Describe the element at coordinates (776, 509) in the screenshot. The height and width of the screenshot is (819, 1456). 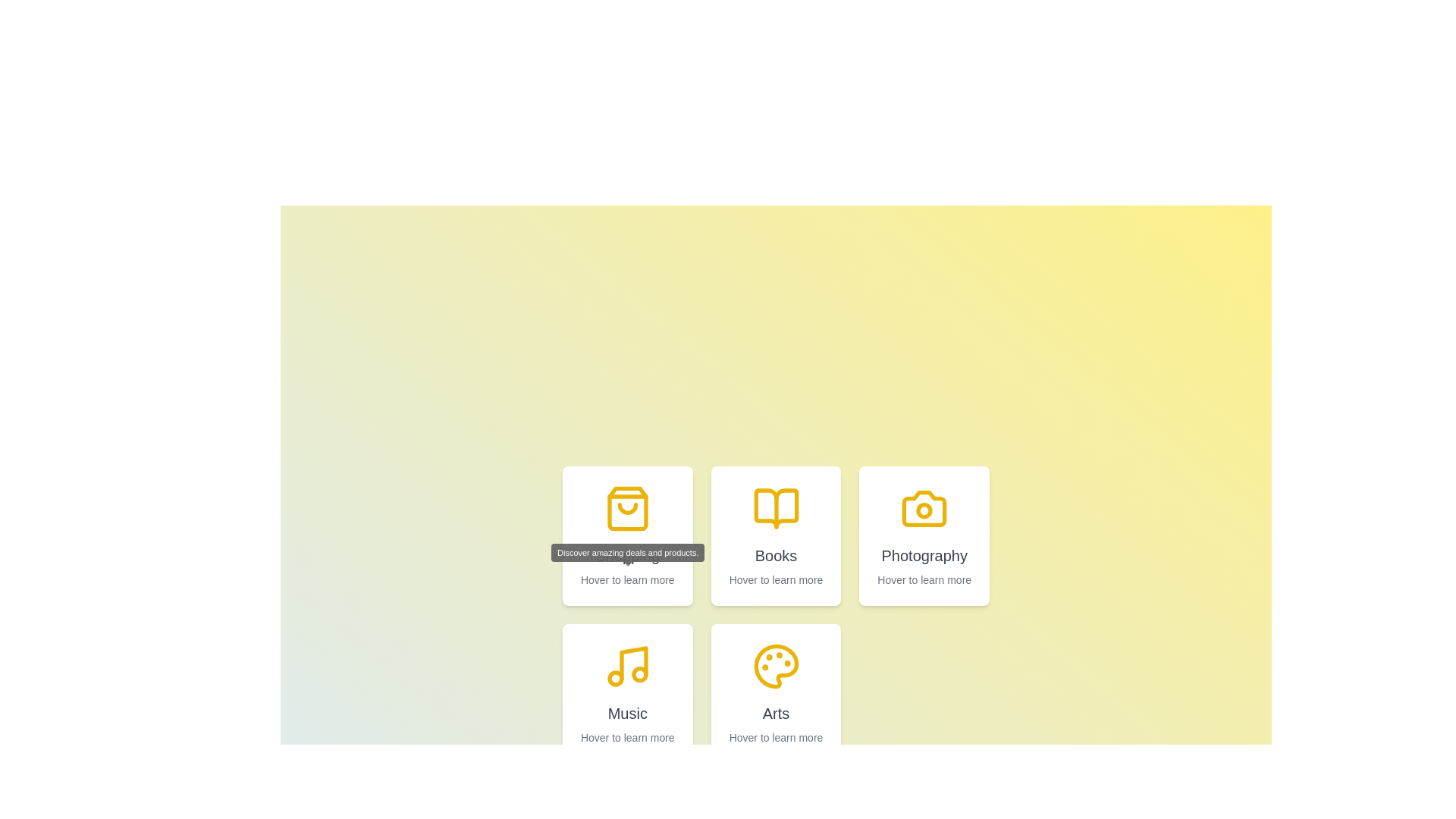
I see `visually on the open book icon within the 'Books' card` at that location.